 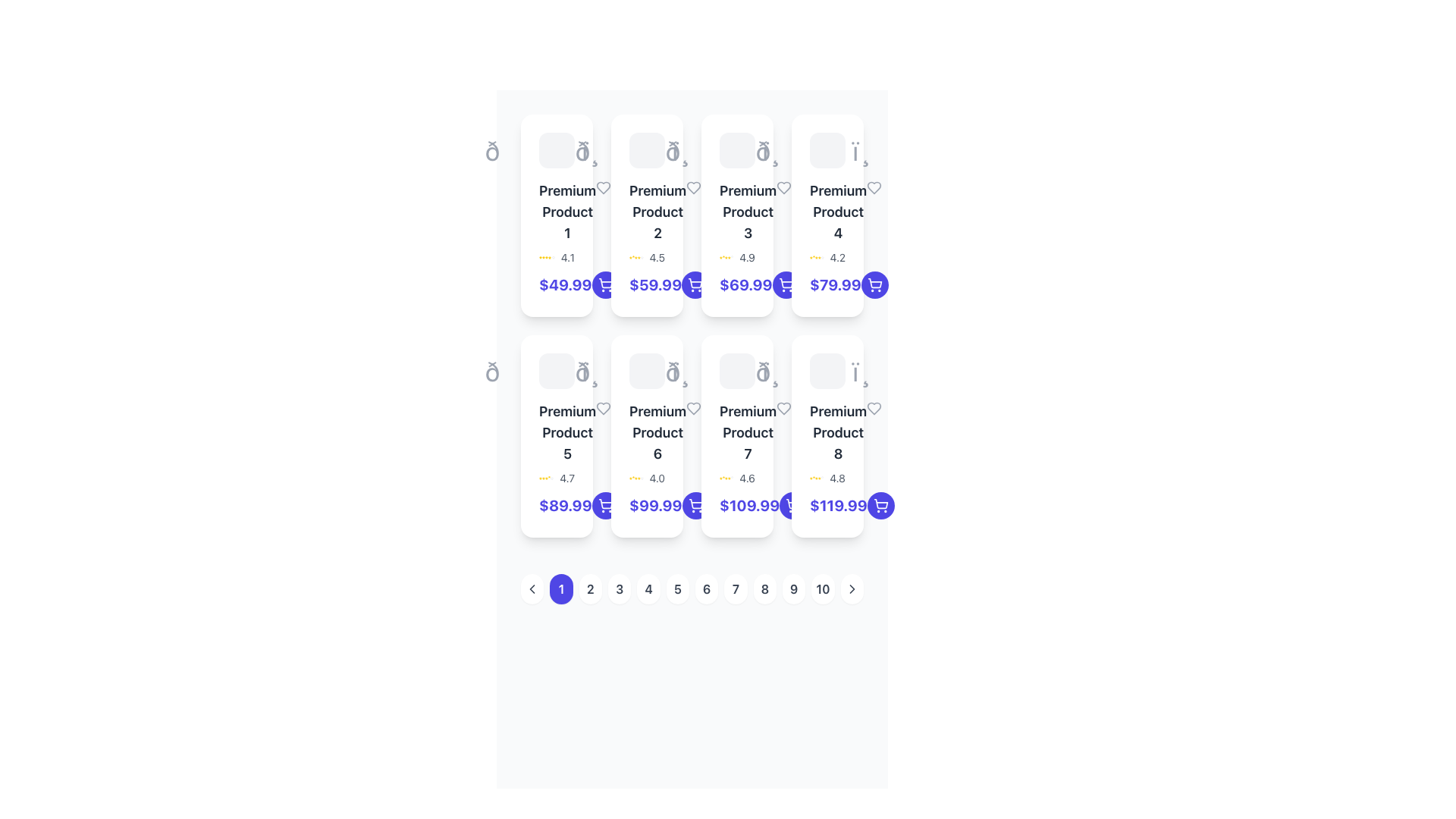 What do you see at coordinates (564, 506) in the screenshot?
I see `the price display showing '$89.99' within the 'Premium Product 5' card` at bounding box center [564, 506].